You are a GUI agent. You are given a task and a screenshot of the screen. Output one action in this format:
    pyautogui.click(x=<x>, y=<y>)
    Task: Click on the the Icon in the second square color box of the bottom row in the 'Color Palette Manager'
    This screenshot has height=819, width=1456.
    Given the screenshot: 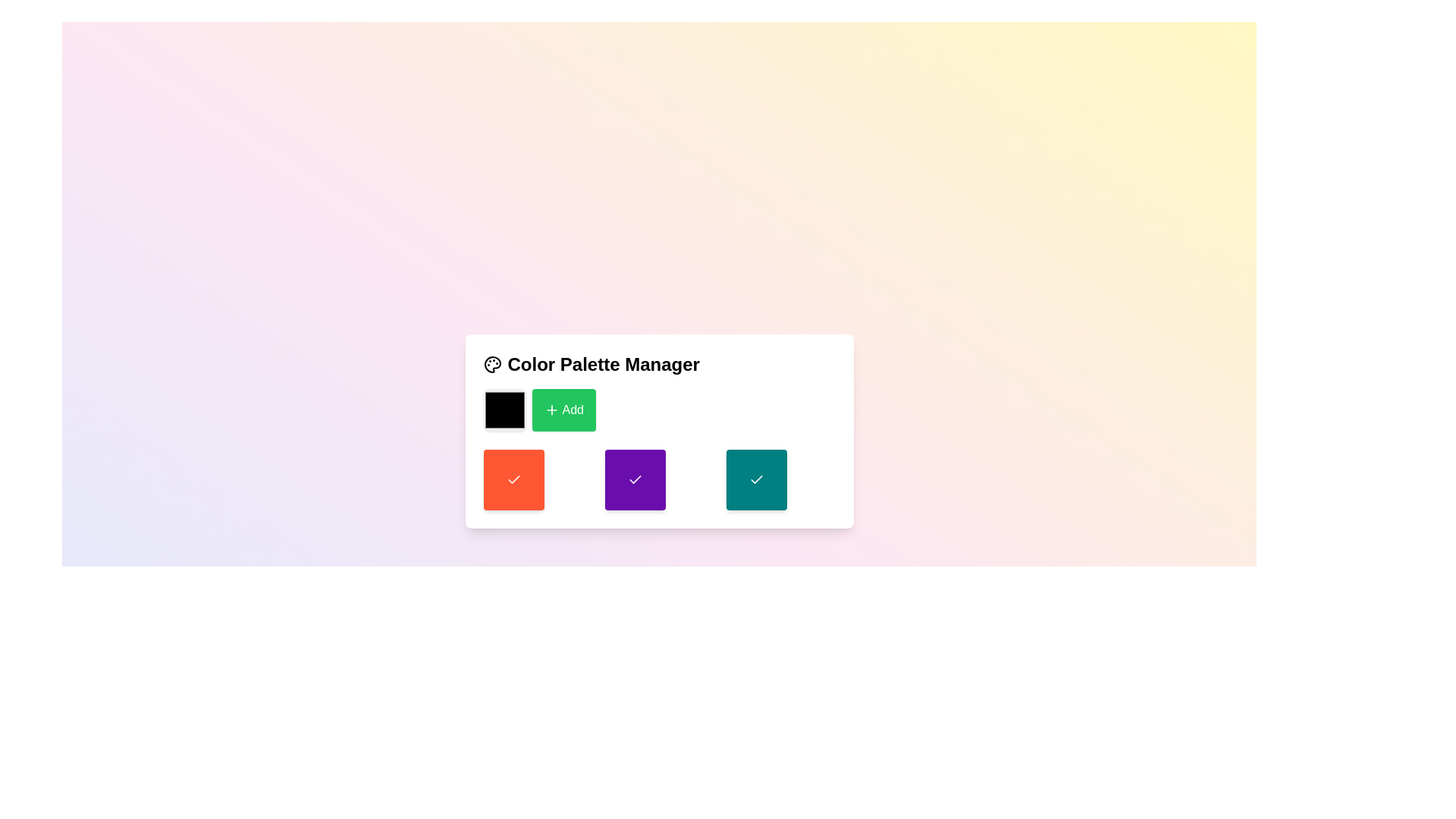 What is the action you would take?
    pyautogui.click(x=635, y=479)
    